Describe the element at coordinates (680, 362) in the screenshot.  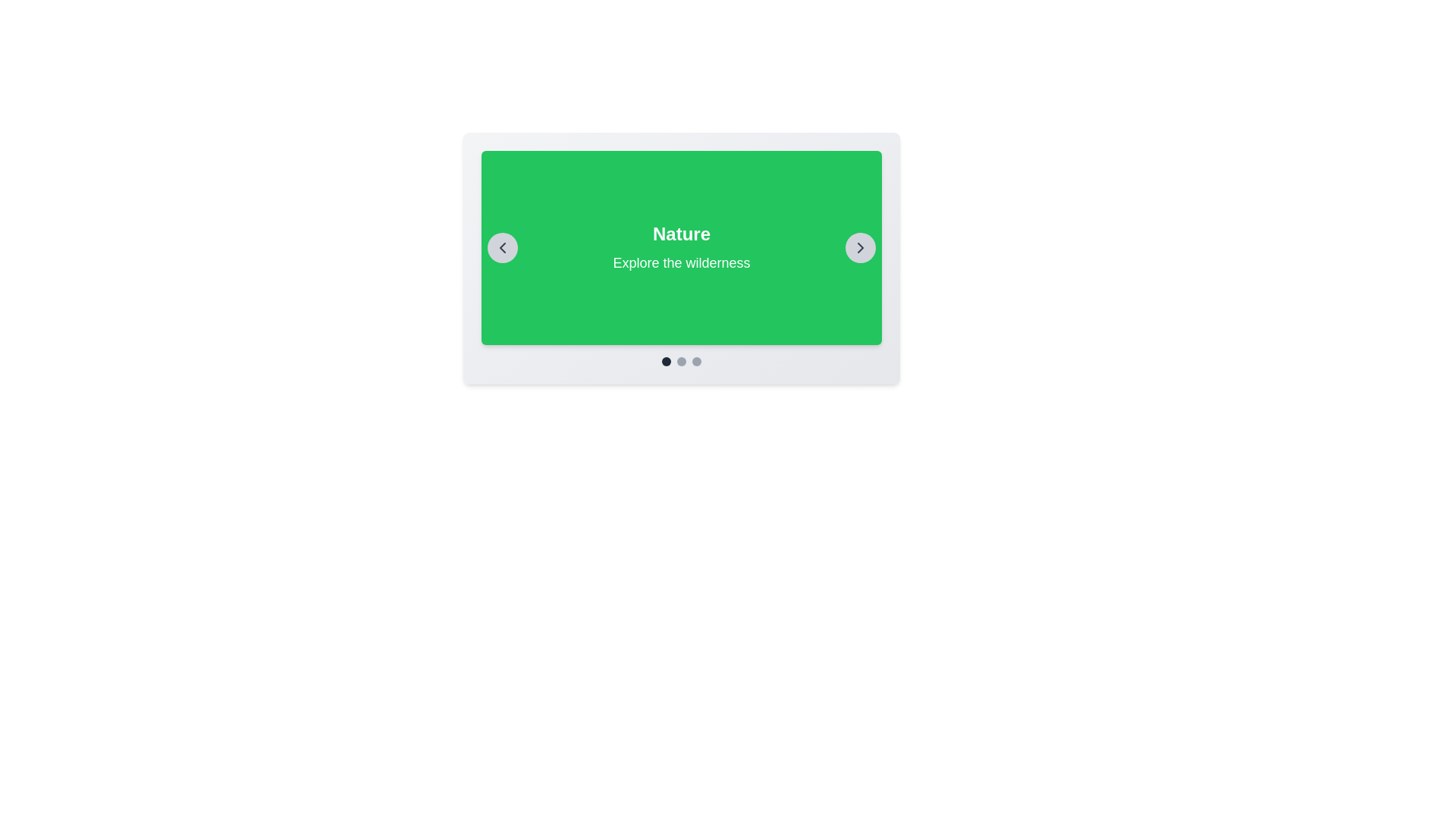
I see `the Carousel indicator bar located at the bottom of the card layout, which consists of three circular indicators with the middle one being larger and darker, indicating an active state` at that location.